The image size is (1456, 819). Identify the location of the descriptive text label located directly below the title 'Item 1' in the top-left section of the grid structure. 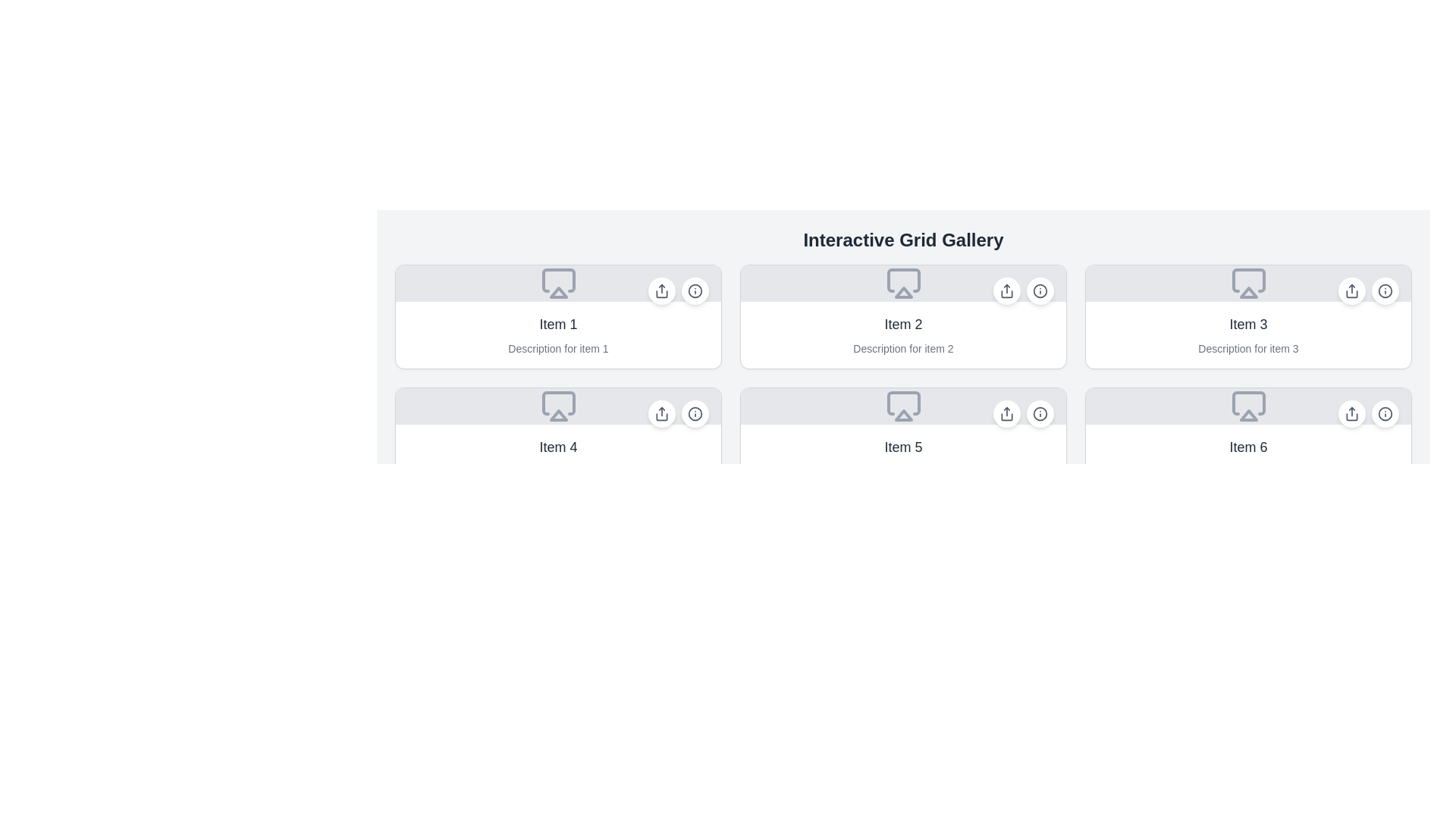
(557, 348).